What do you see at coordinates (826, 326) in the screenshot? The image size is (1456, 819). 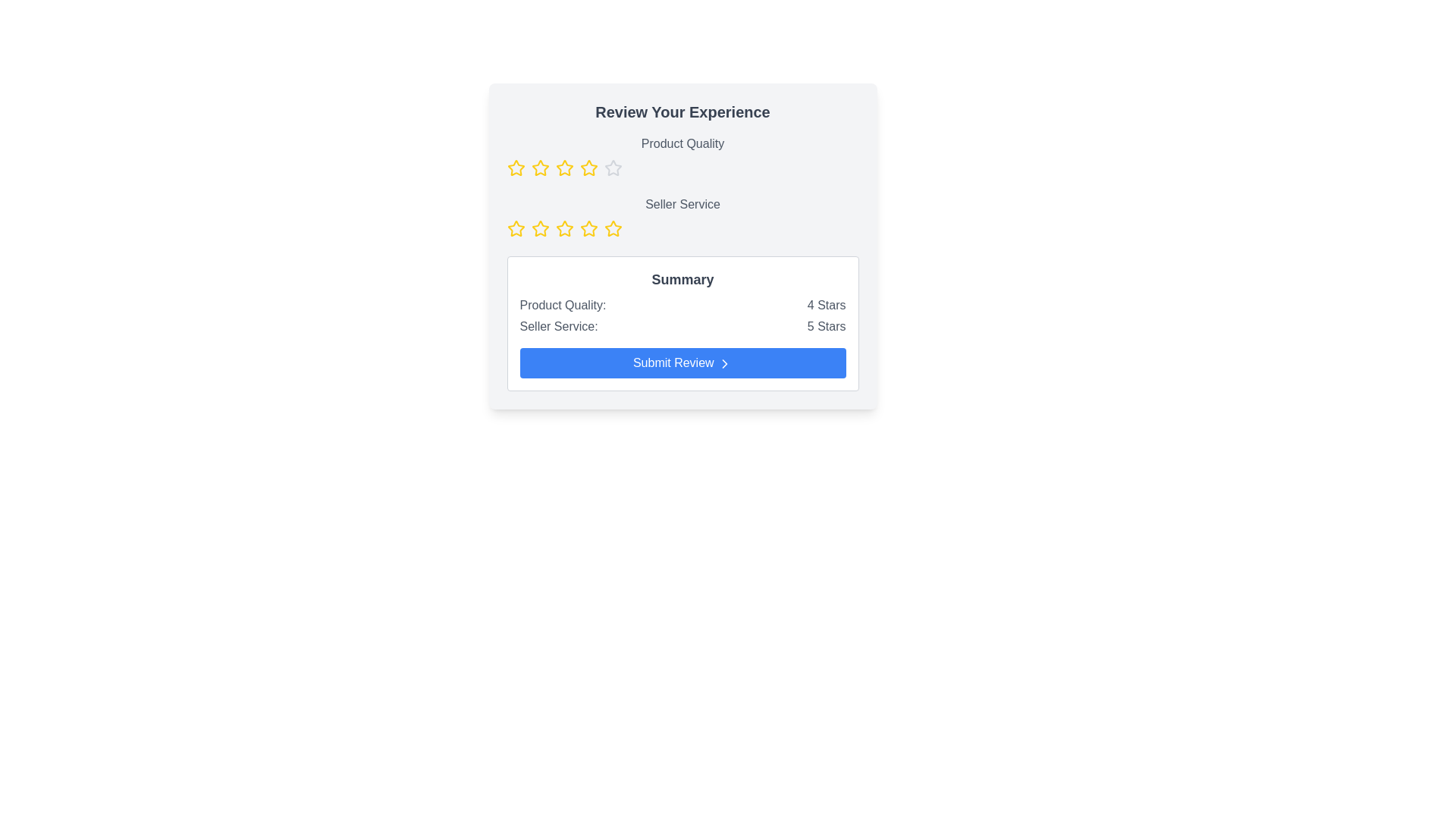 I see `the '5 Stars' rating text label indicating the rating for 'Seller Service', which is located on the right side of the 'Seller Service:' entry in the summary section` at bounding box center [826, 326].